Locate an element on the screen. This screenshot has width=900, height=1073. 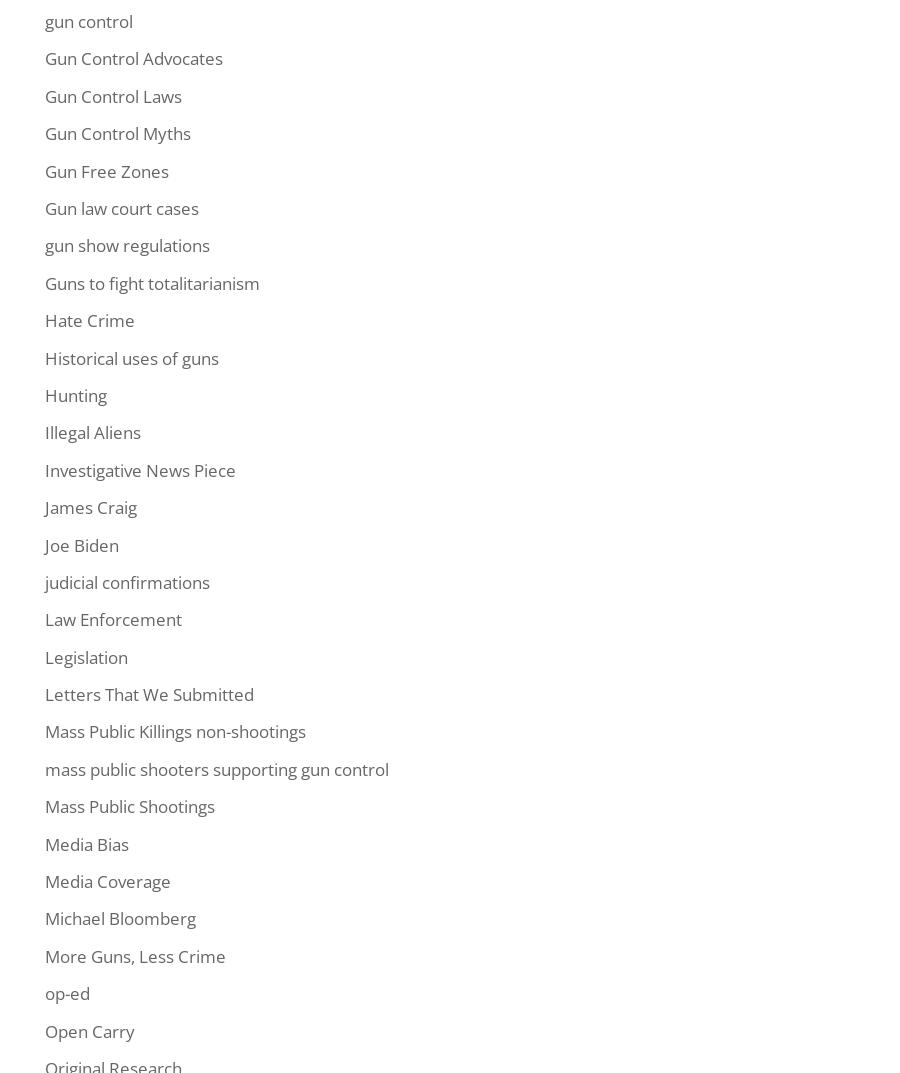
'gun show regulations' is located at coordinates (127, 244).